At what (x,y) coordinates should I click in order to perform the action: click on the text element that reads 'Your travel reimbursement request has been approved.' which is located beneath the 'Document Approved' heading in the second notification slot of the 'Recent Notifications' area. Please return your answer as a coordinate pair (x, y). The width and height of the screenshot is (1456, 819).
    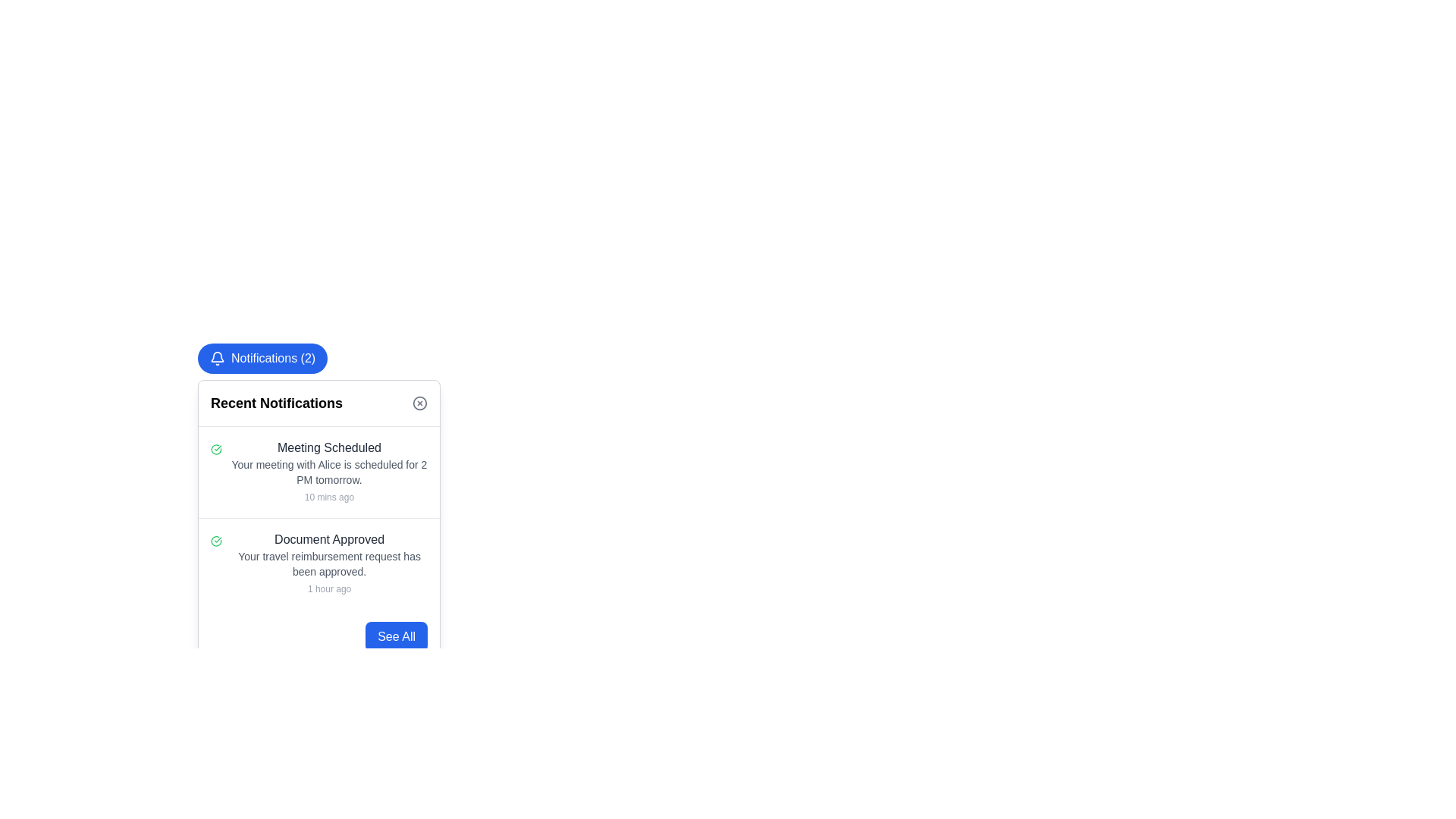
    Looking at the image, I should click on (328, 564).